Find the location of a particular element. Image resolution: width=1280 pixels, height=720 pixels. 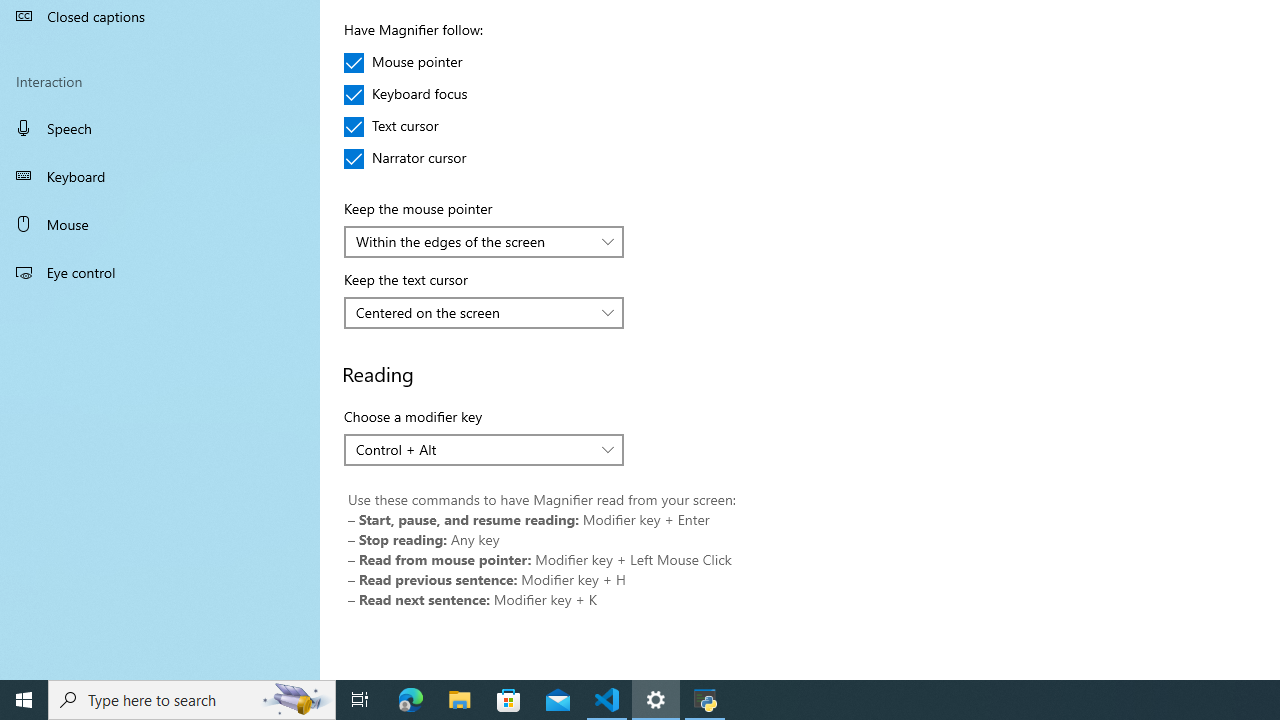

'Choose a modifier key' is located at coordinates (484, 450).